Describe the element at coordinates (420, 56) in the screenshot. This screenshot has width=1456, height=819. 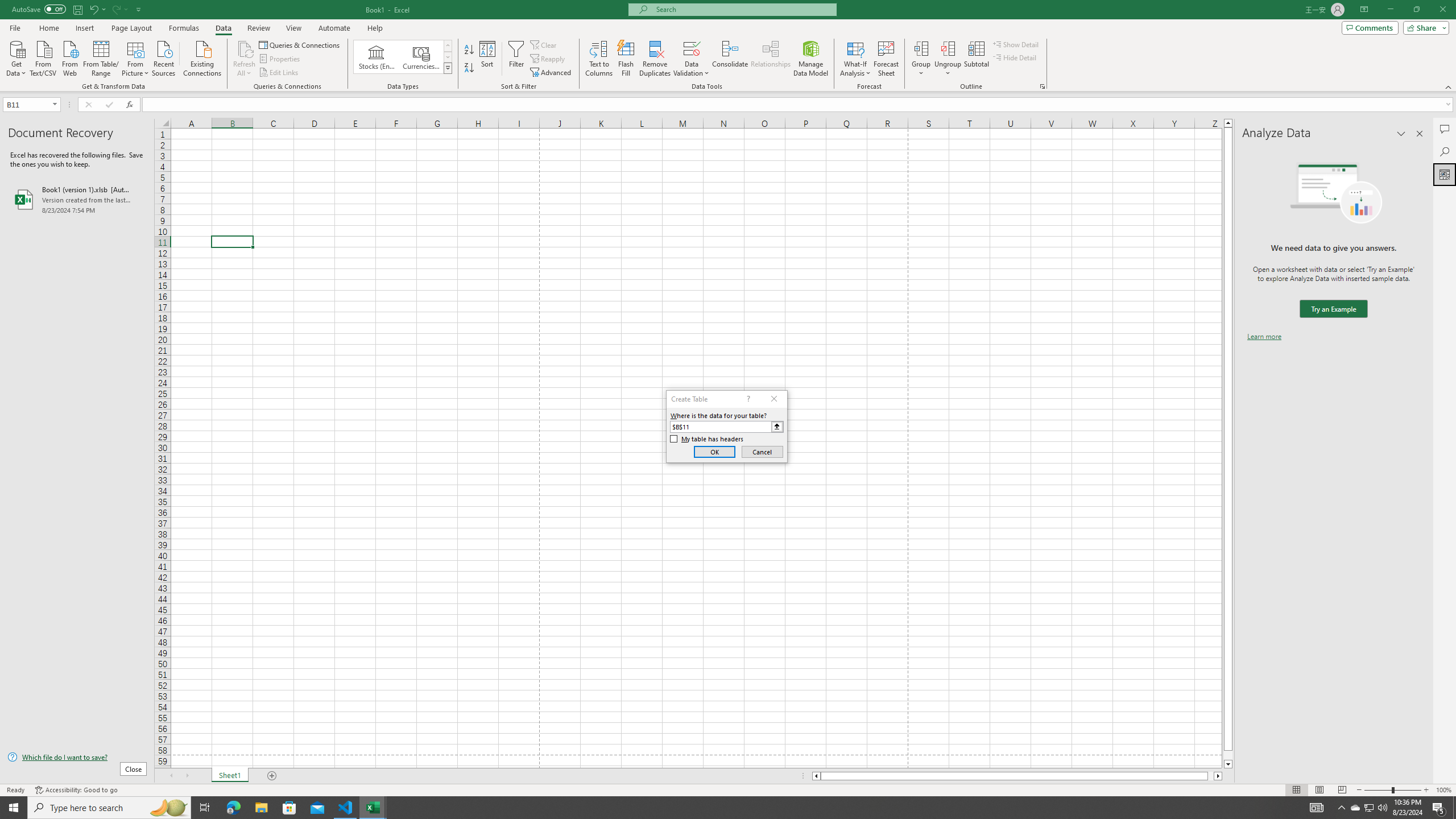
I see `'Currencies (English)'` at that location.